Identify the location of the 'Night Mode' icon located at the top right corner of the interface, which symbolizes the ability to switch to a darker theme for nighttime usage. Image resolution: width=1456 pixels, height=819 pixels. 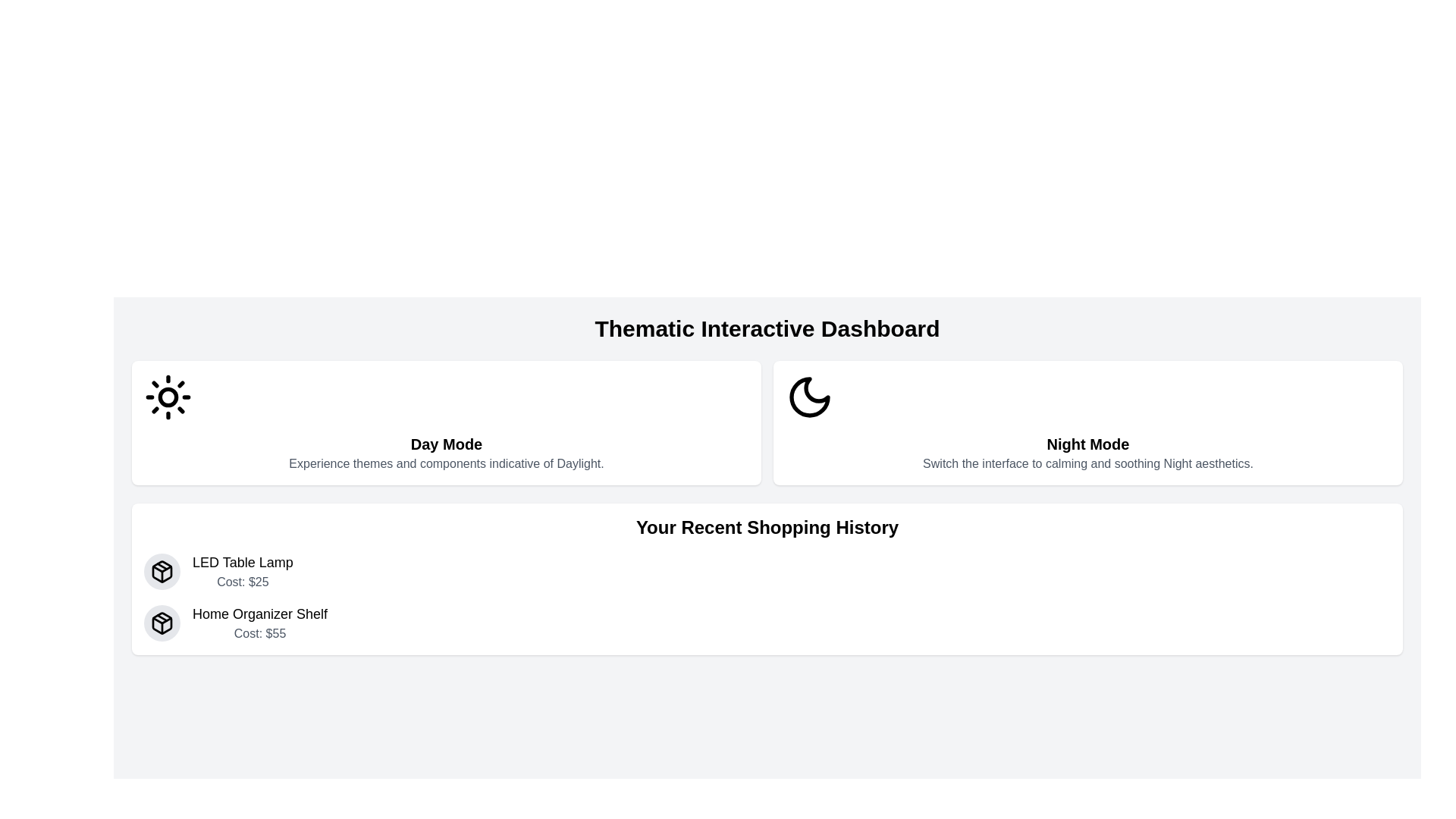
(809, 397).